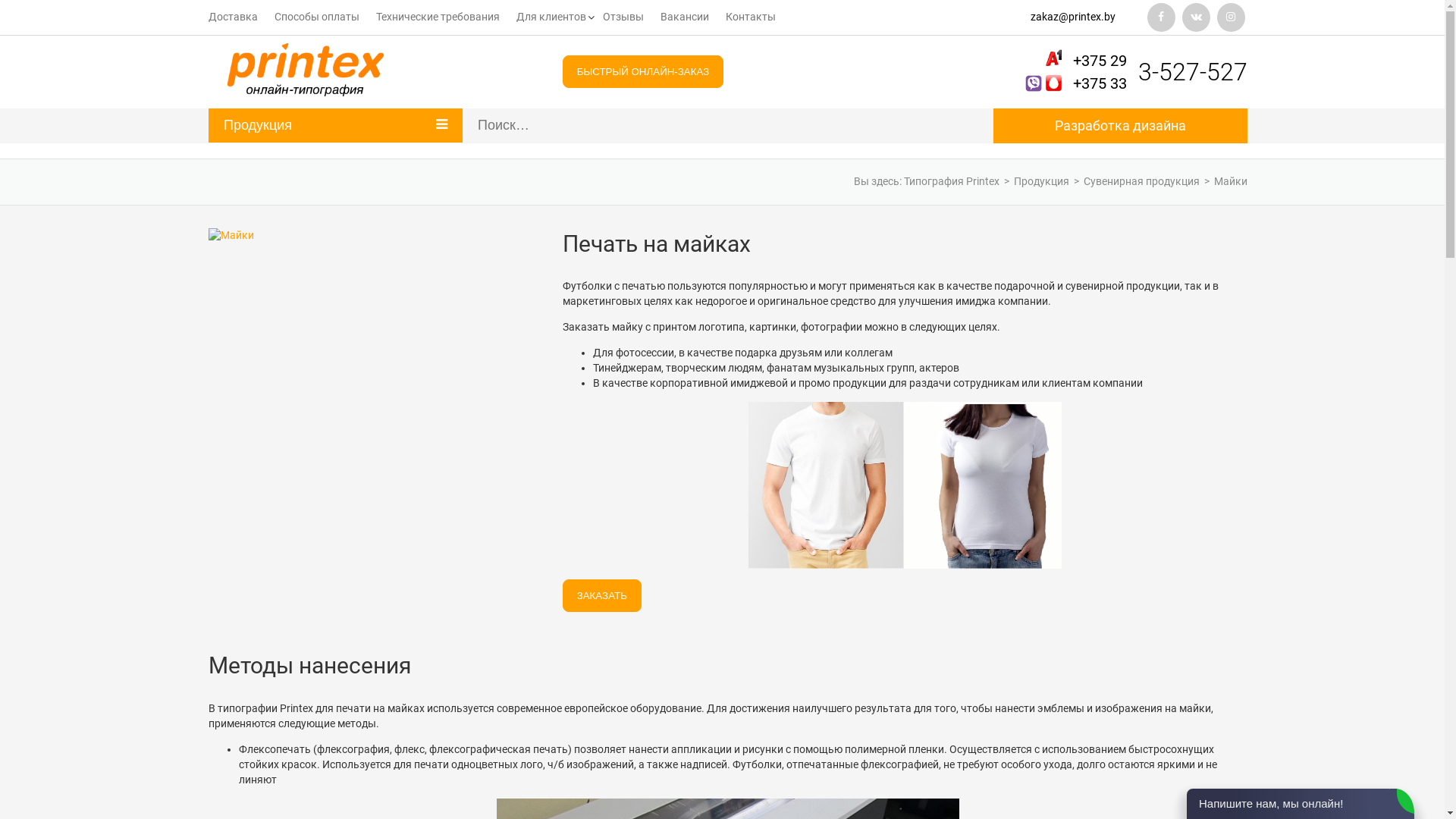  I want to click on 'zakaz@printex.by', so click(1076, 17).